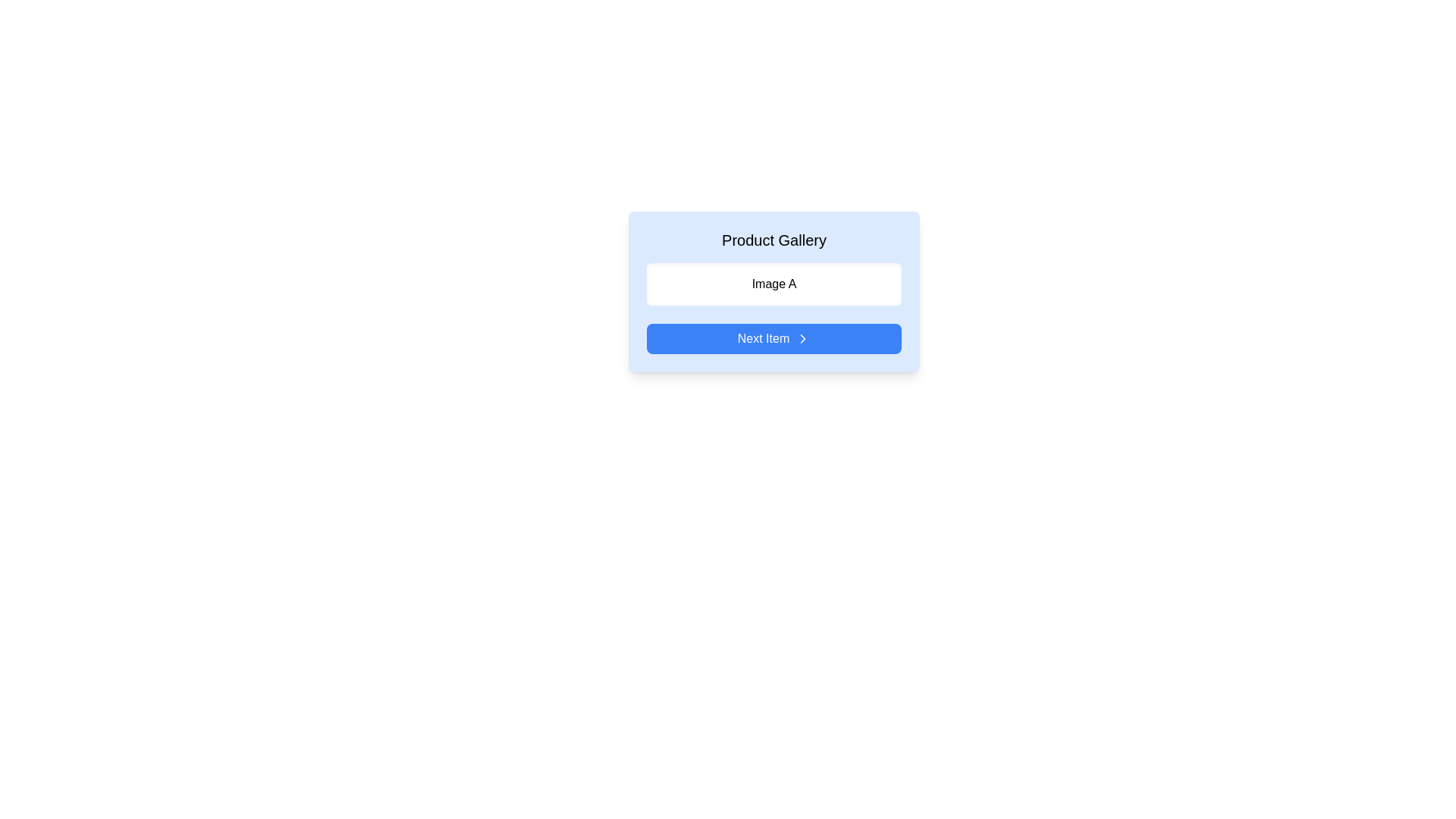  What do you see at coordinates (802, 337) in the screenshot?
I see `the navigational icon located inside the blue 'Next Item' button at the bottom center of the light blue panel` at bounding box center [802, 337].